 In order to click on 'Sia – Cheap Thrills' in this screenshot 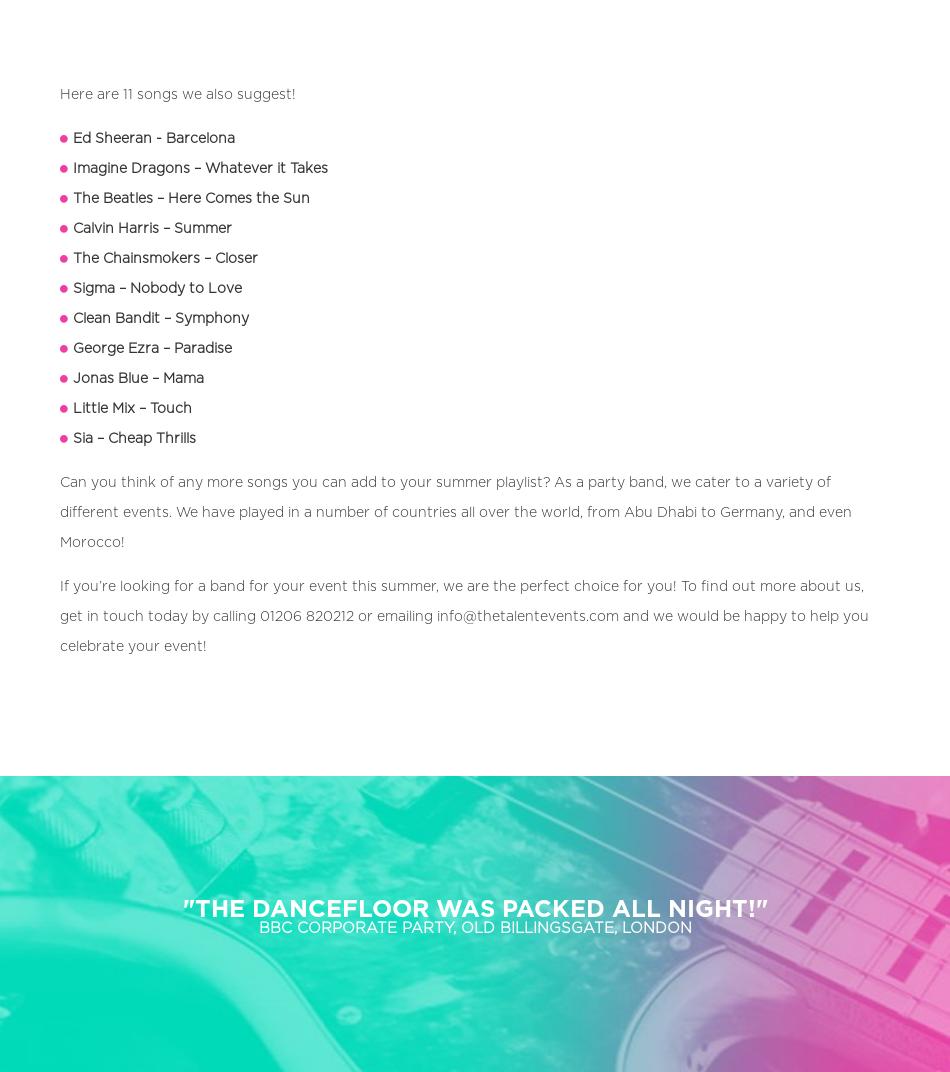, I will do `click(134, 437)`.